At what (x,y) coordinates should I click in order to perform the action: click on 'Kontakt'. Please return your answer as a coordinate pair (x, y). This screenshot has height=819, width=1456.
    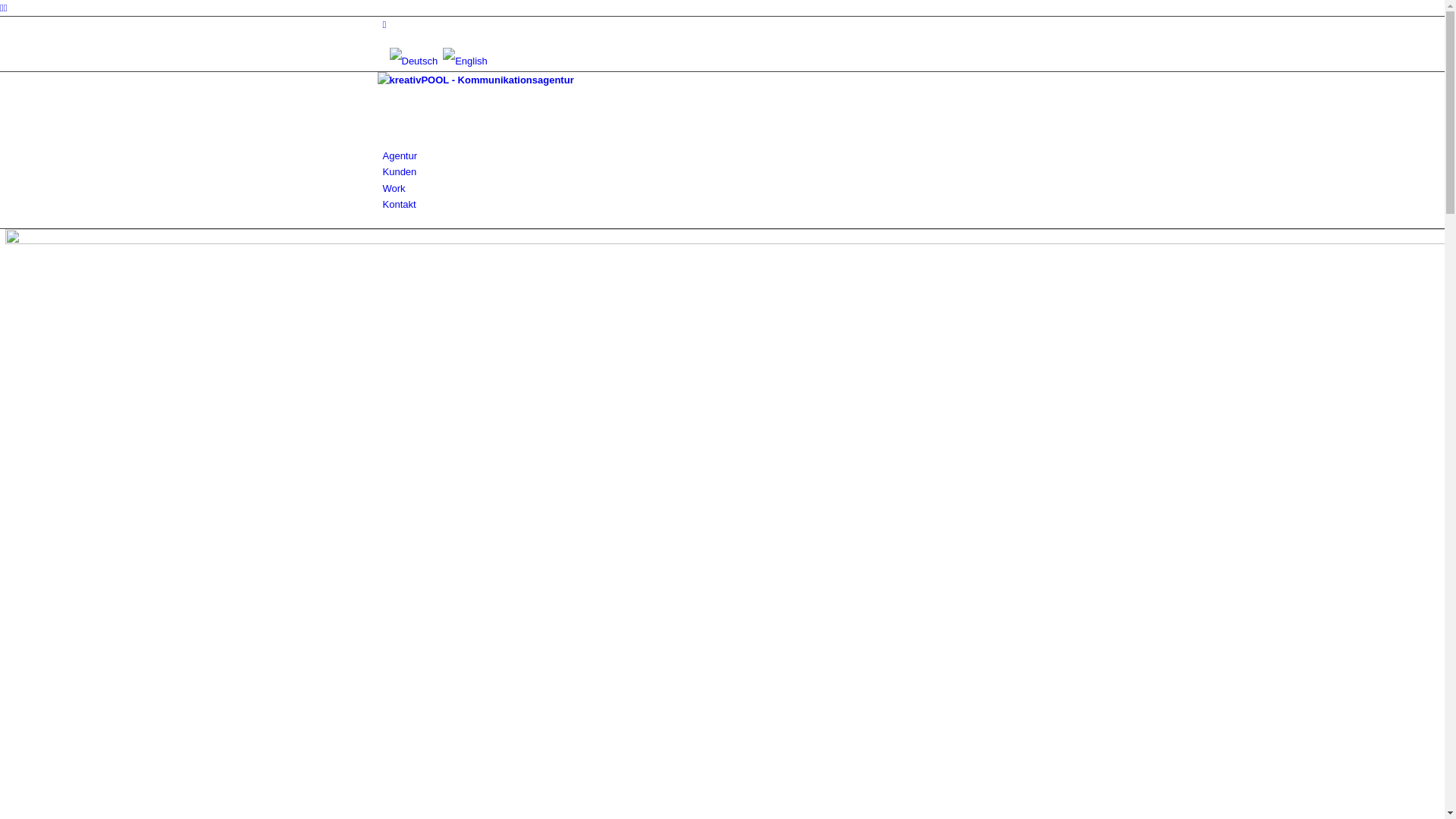
    Looking at the image, I should click on (399, 203).